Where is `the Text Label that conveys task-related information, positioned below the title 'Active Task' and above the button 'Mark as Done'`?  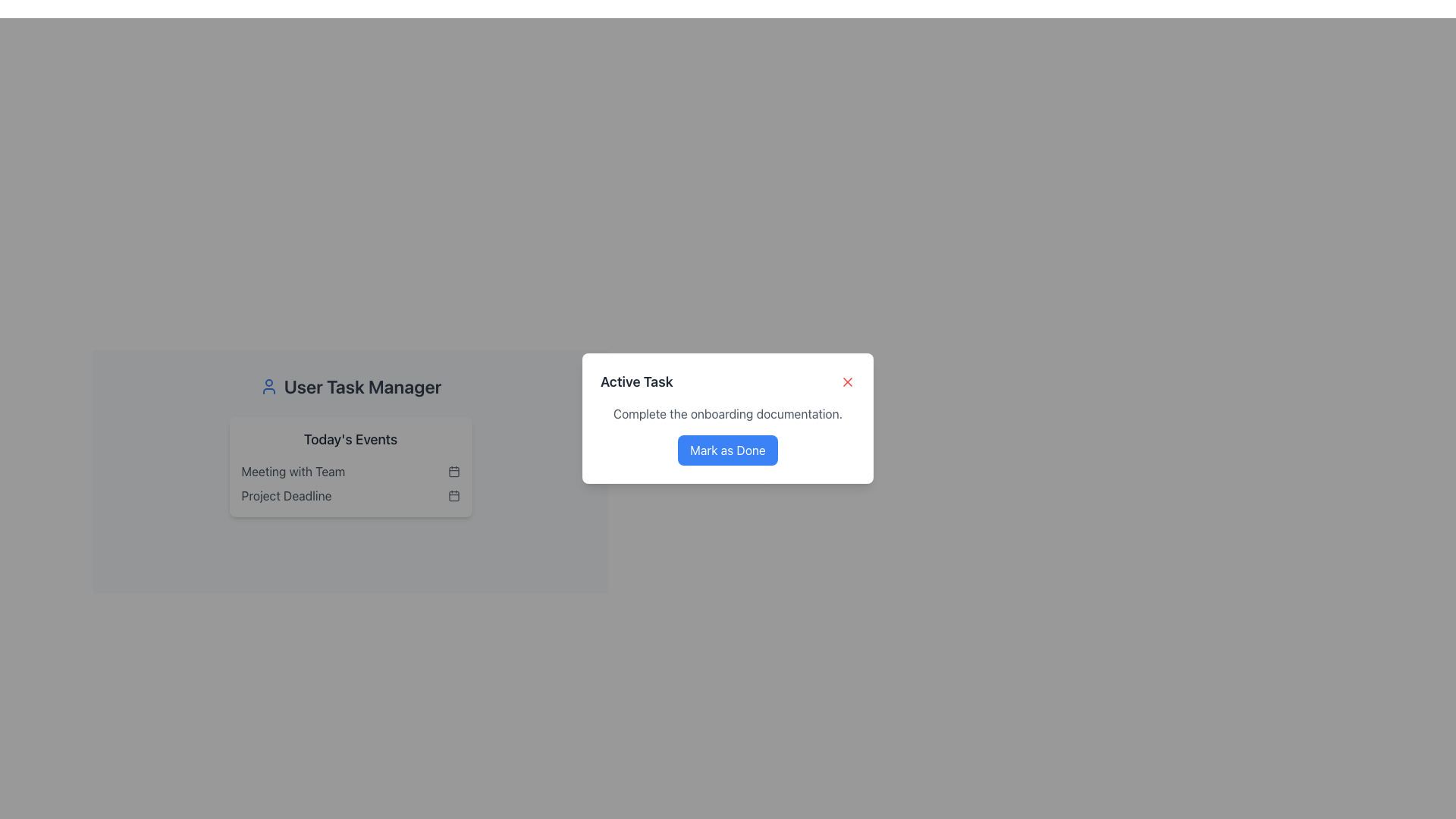
the Text Label that conveys task-related information, positioned below the title 'Active Task' and above the button 'Mark as Done' is located at coordinates (728, 414).